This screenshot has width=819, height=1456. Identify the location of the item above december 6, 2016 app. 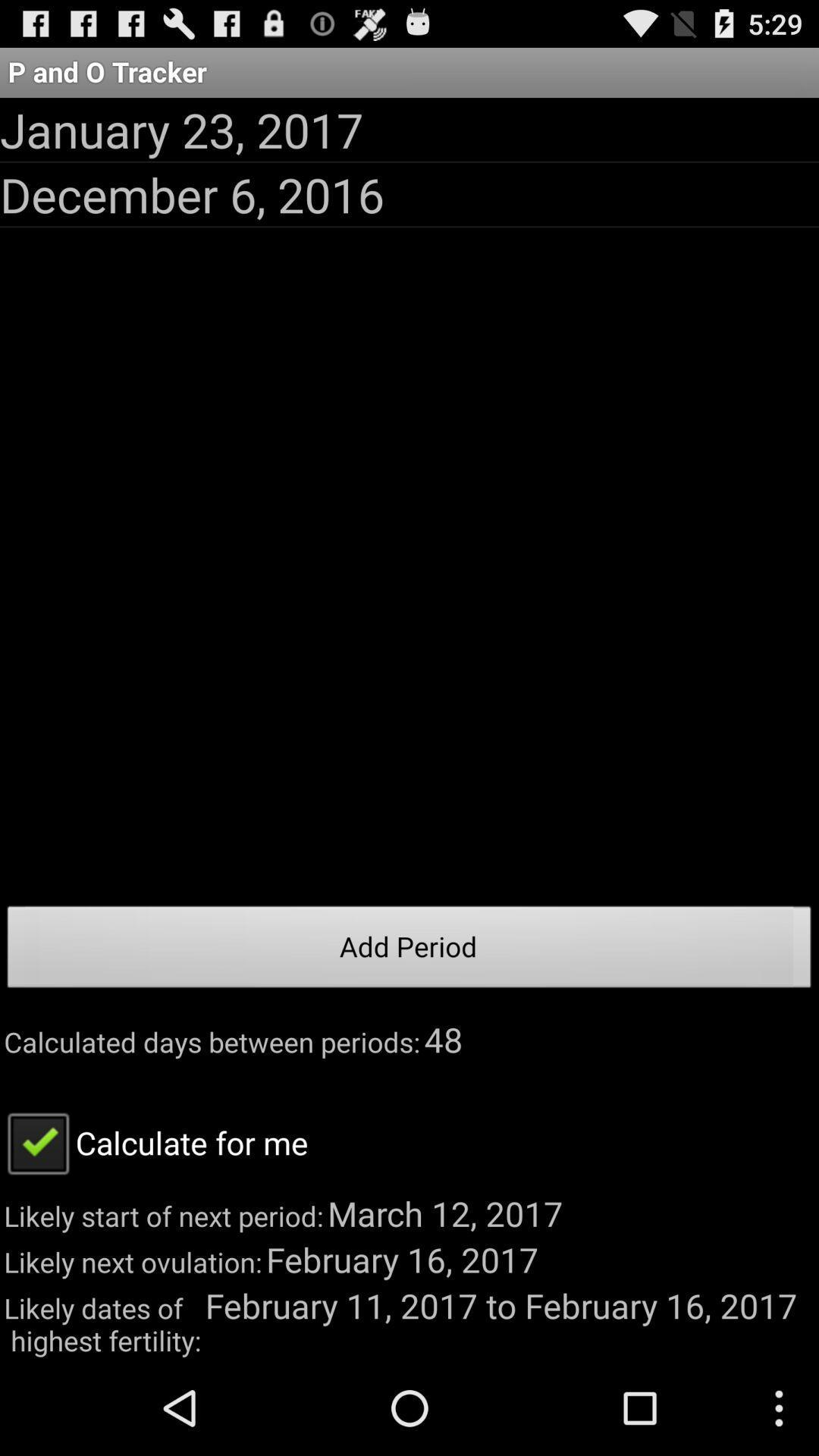
(180, 130).